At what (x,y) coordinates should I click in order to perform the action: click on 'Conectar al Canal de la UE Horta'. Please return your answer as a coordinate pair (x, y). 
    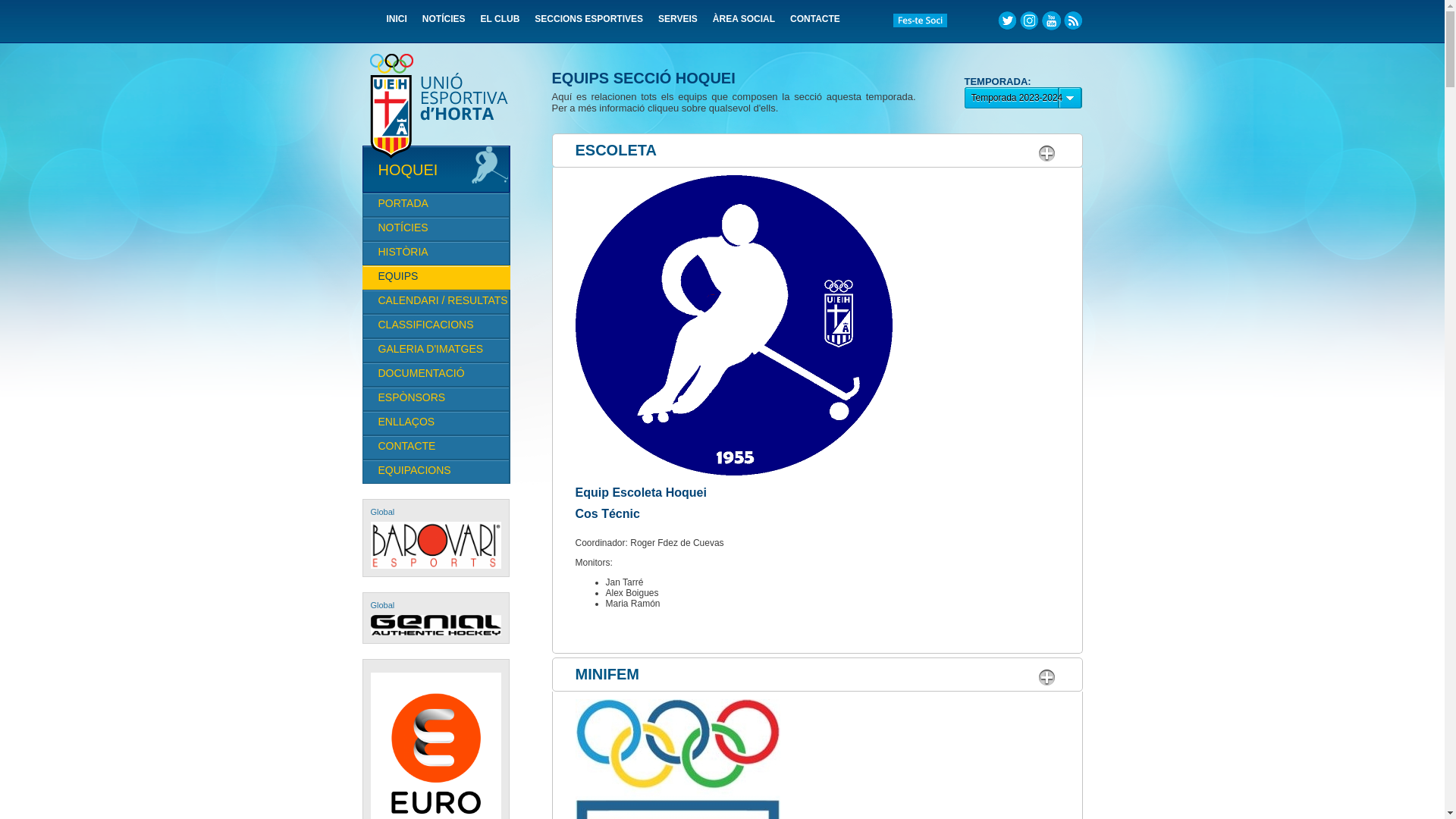
    Looking at the image, I should click on (1050, 20).